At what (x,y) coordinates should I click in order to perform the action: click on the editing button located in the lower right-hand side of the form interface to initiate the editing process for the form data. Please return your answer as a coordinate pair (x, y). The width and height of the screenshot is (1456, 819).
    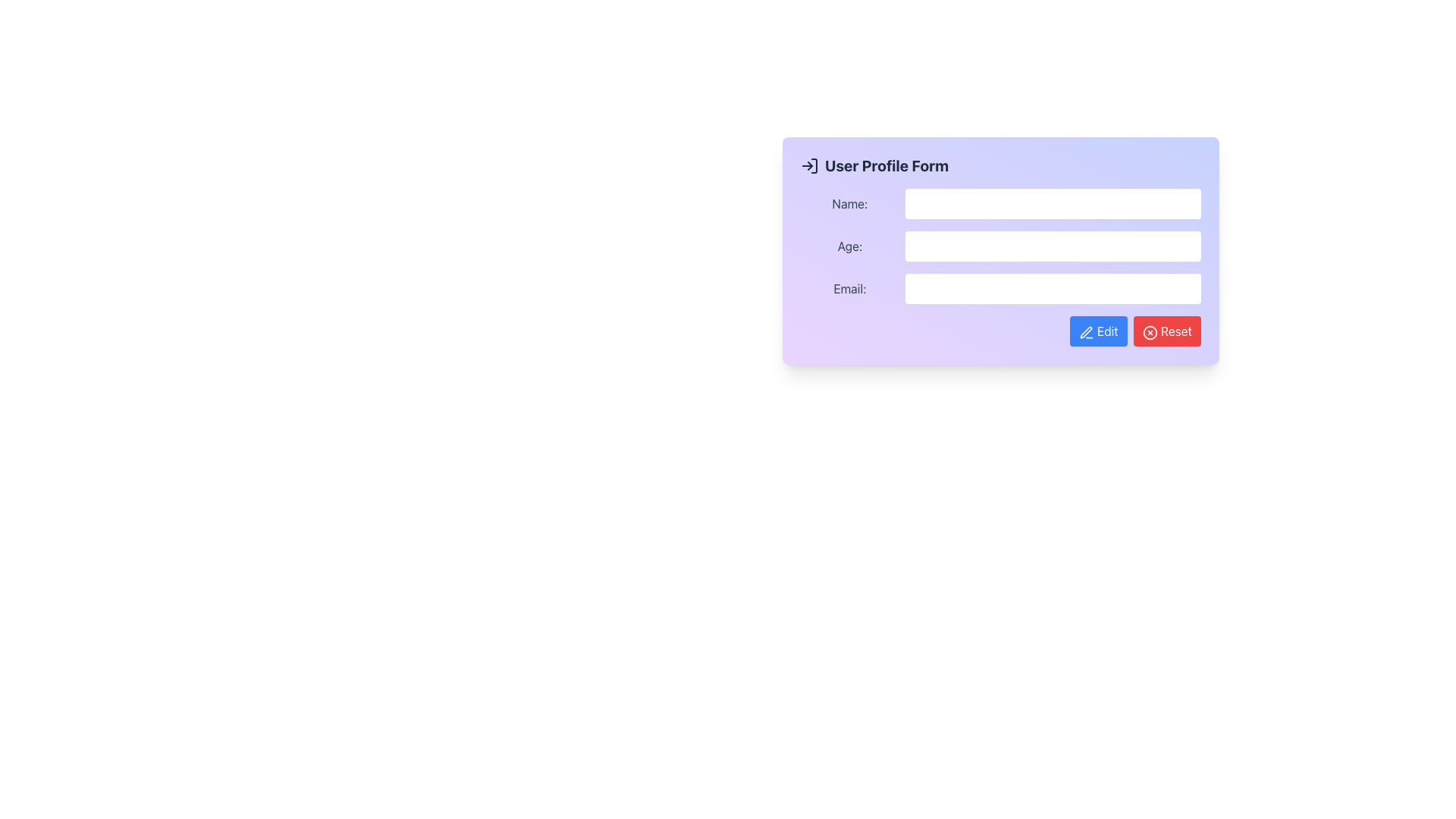
    Looking at the image, I should click on (1098, 330).